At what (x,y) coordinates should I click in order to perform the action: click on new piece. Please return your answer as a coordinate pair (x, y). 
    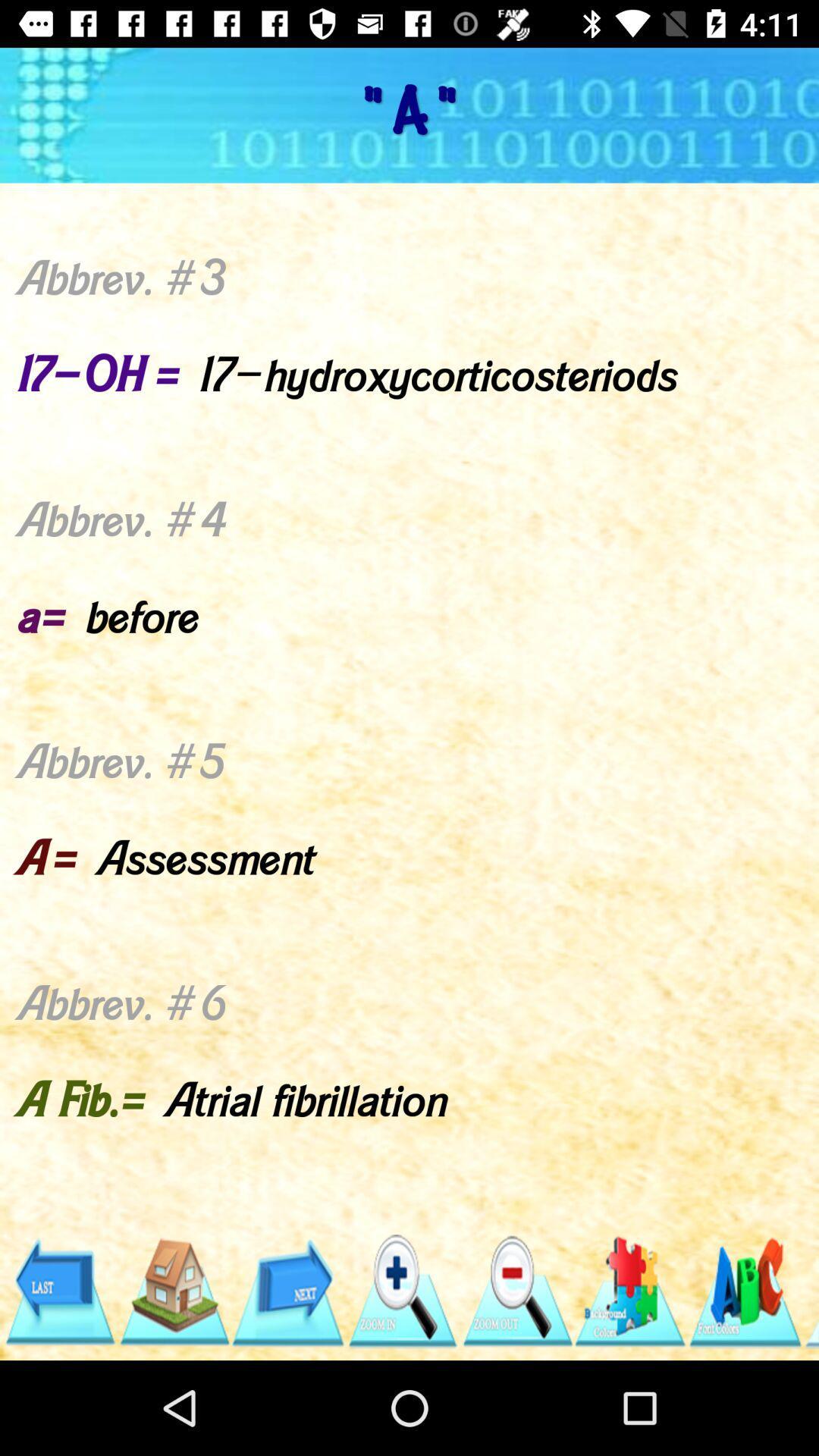
    Looking at the image, I should click on (631, 1291).